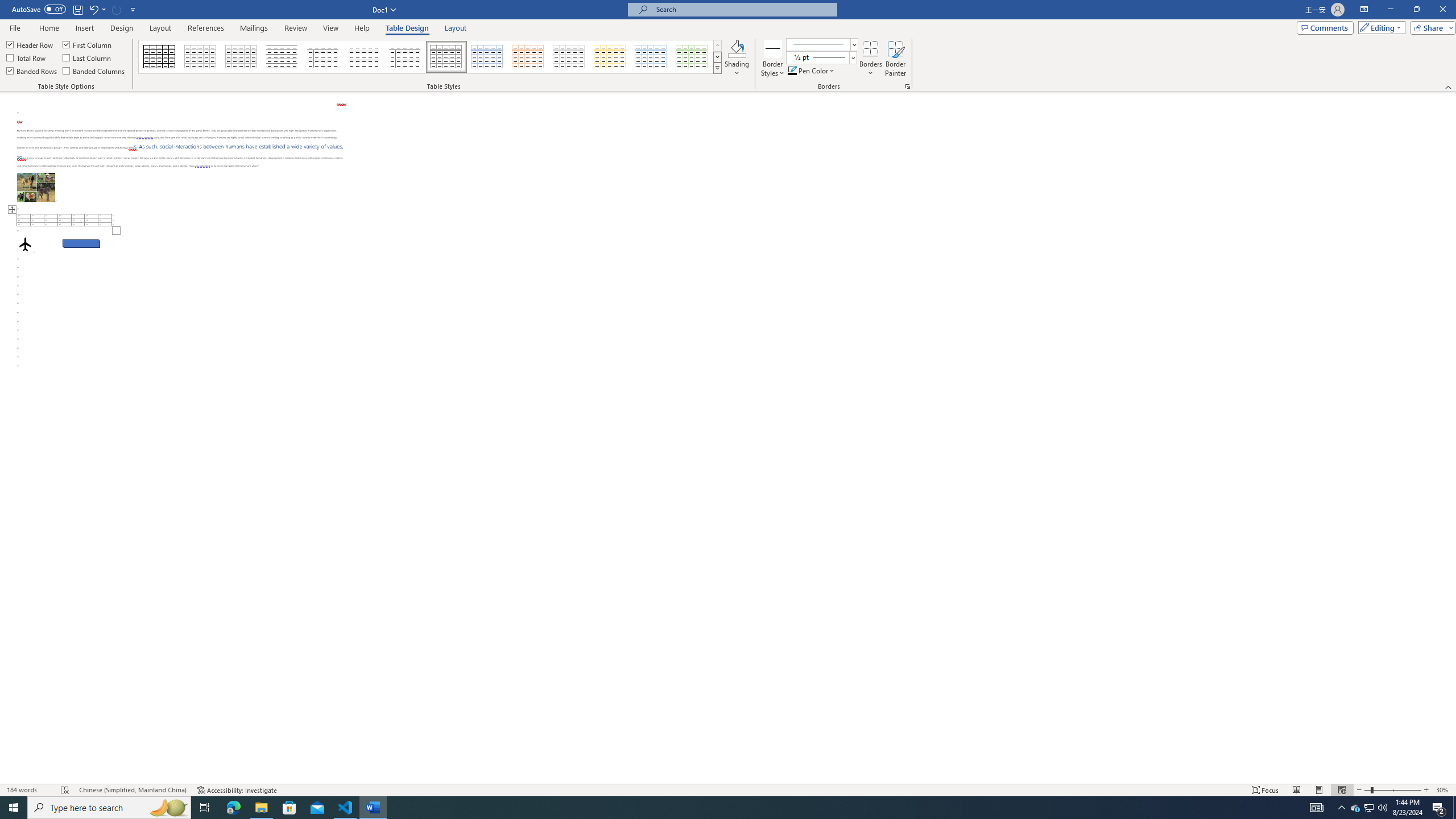 Image resolution: width=1456 pixels, height=819 pixels. What do you see at coordinates (122, 28) in the screenshot?
I see `'Design'` at bounding box center [122, 28].